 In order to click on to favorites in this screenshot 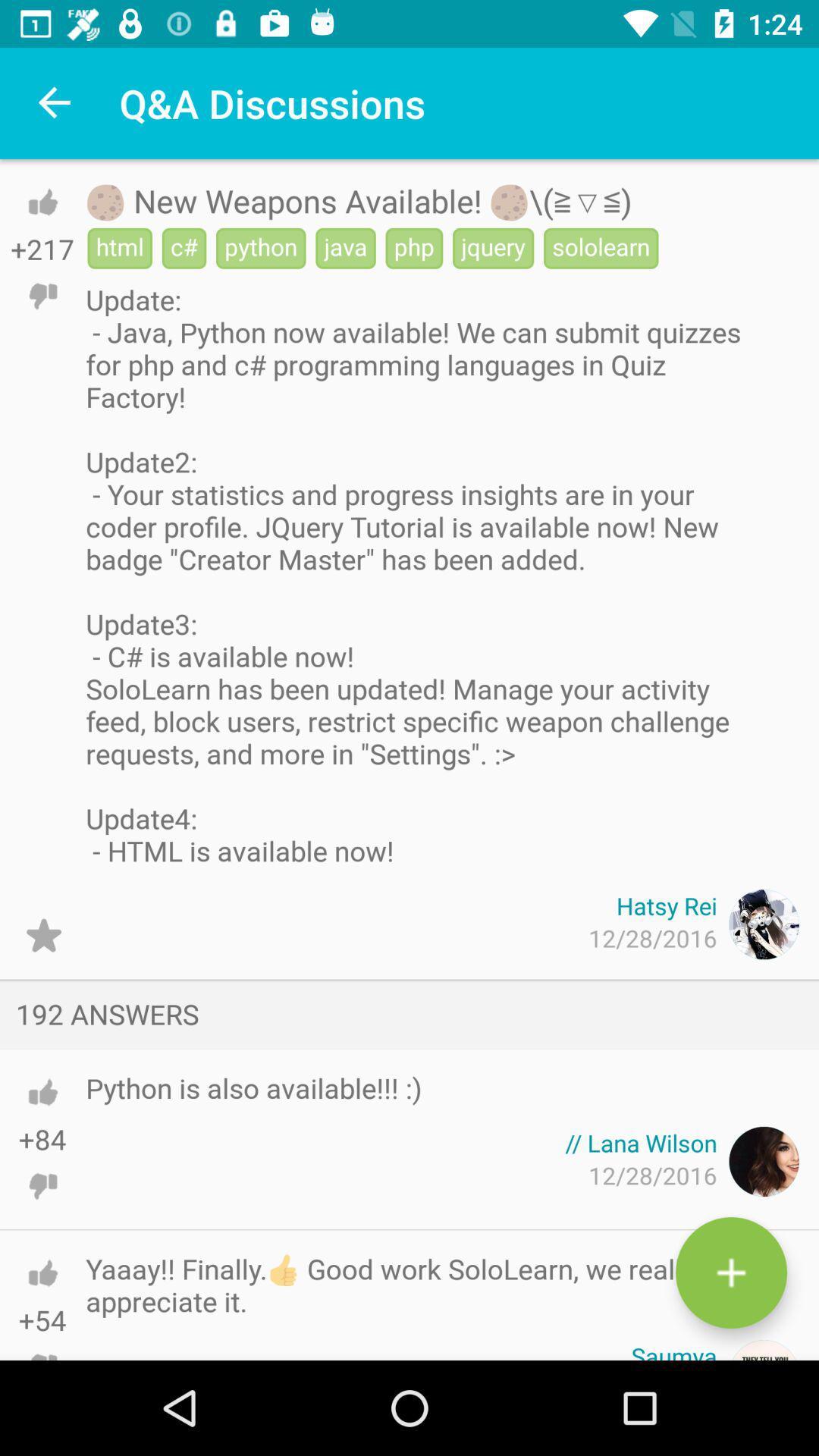, I will do `click(42, 934)`.